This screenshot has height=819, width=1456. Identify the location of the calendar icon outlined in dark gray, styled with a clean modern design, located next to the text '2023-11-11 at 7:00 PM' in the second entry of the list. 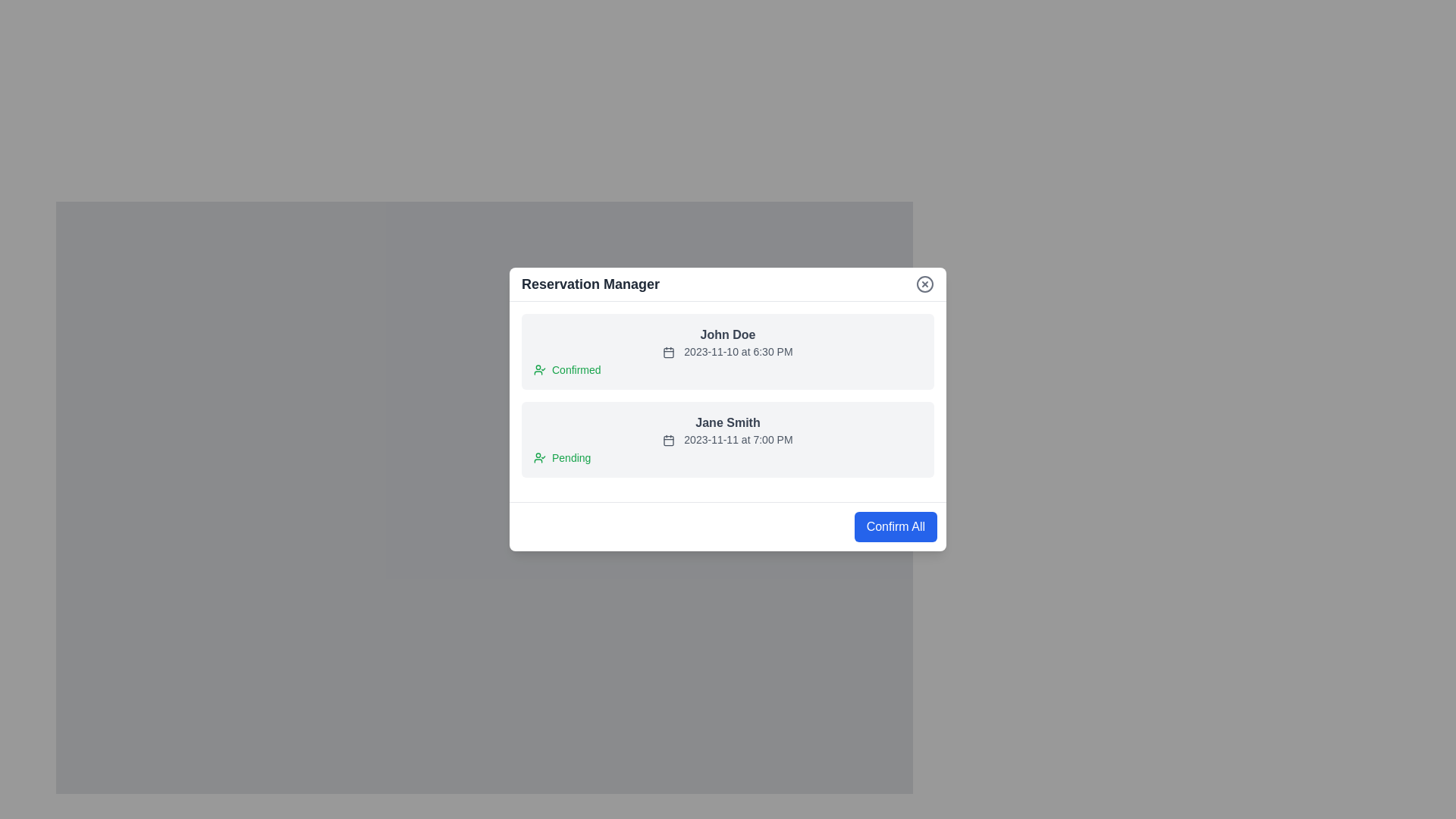
(668, 441).